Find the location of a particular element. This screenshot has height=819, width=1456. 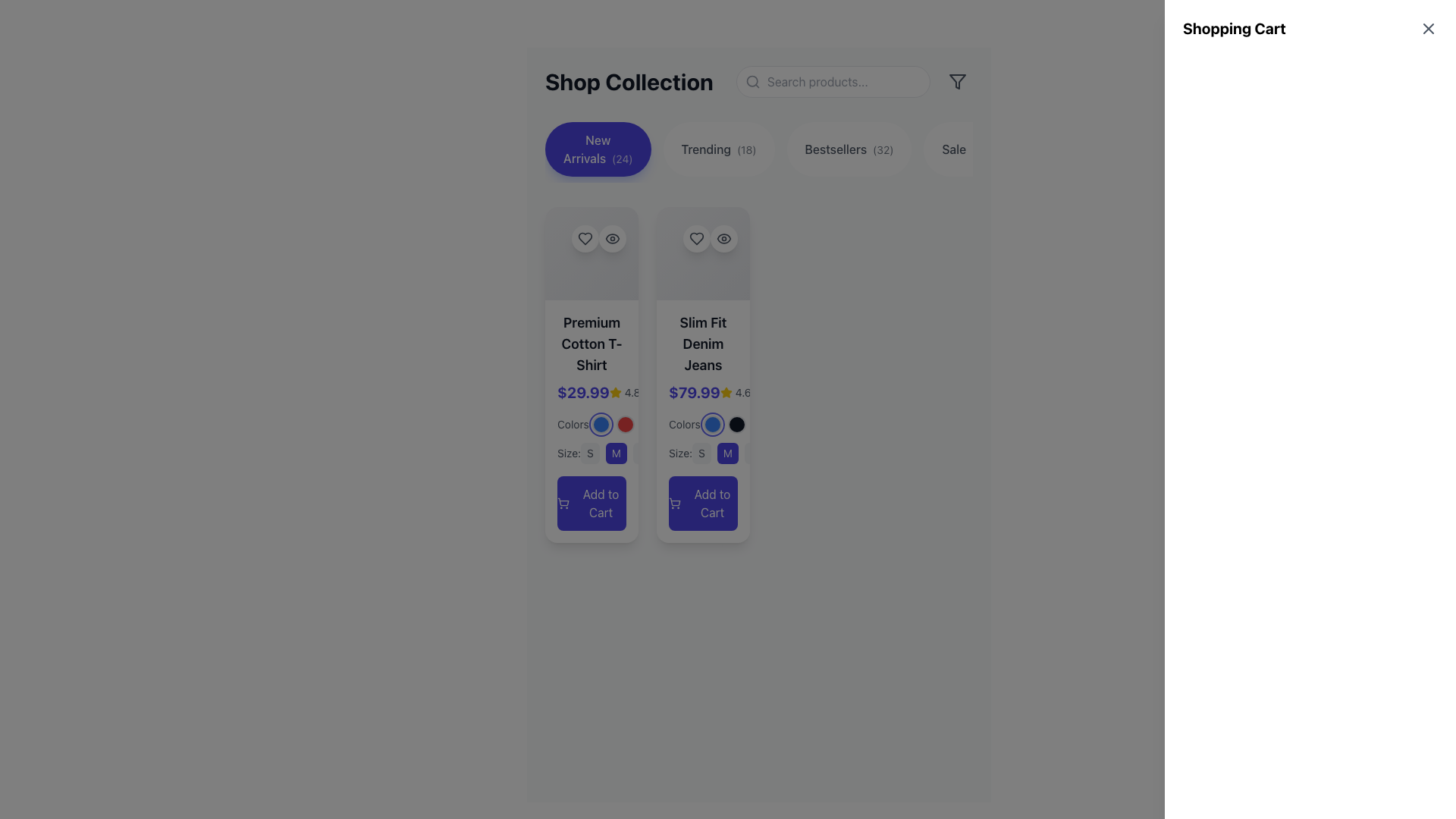

the yellow star icon next to the price '$29.99' is located at coordinates (591, 391).